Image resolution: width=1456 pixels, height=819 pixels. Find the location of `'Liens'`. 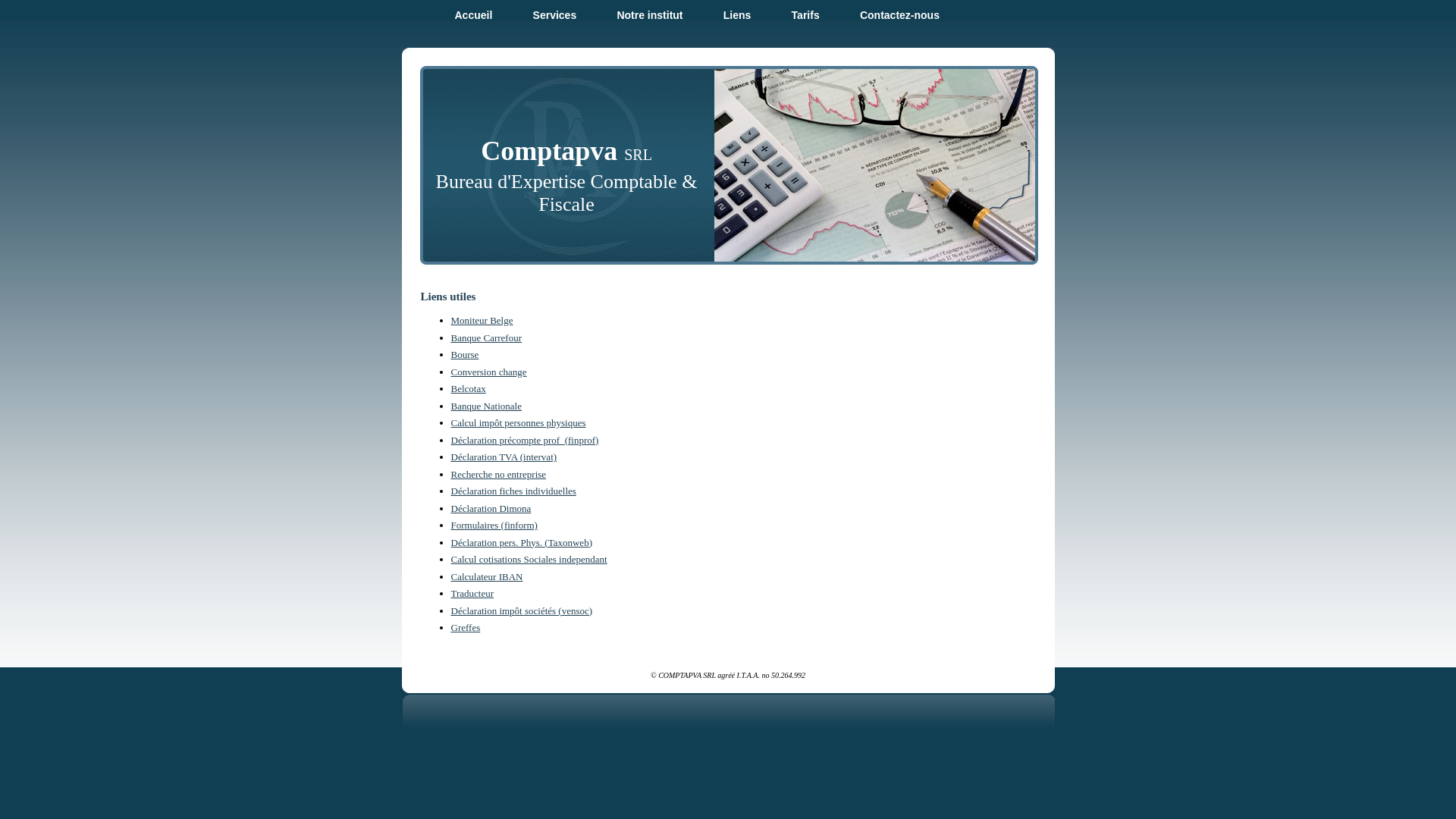

'Liens' is located at coordinates (737, 14).